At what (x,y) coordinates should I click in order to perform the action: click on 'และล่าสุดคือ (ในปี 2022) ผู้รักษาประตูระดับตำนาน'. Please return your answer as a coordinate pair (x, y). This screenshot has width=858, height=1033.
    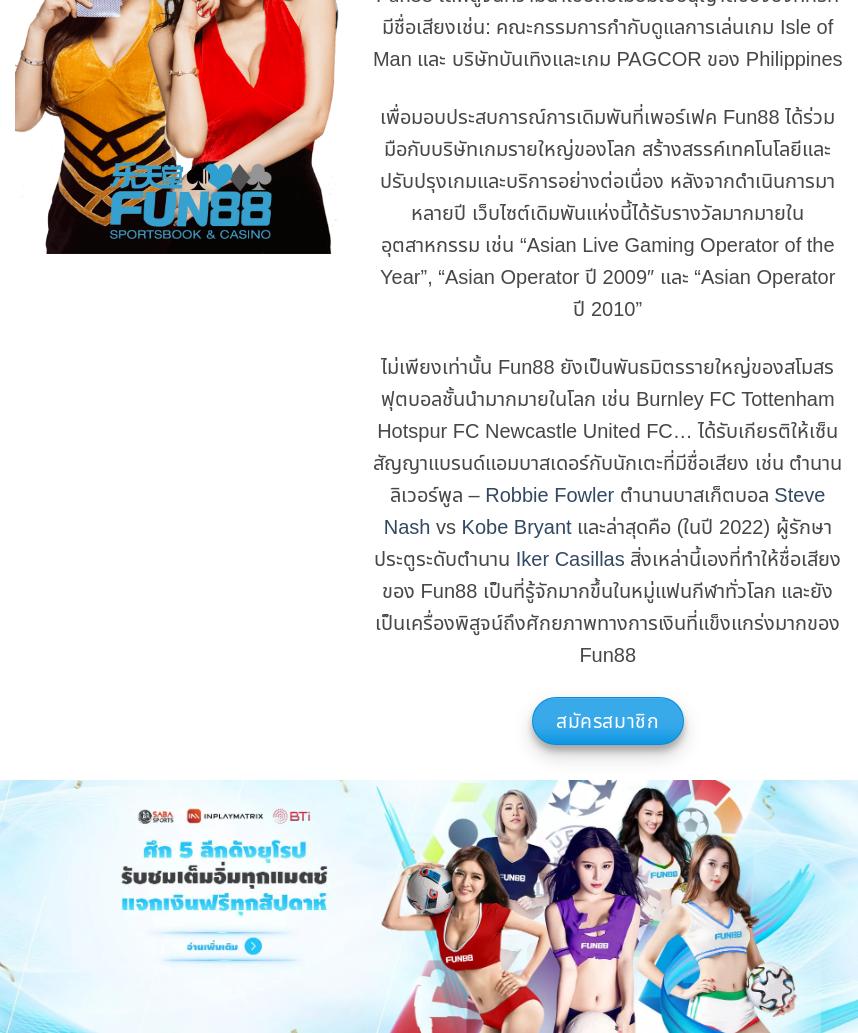
    Looking at the image, I should click on (602, 541).